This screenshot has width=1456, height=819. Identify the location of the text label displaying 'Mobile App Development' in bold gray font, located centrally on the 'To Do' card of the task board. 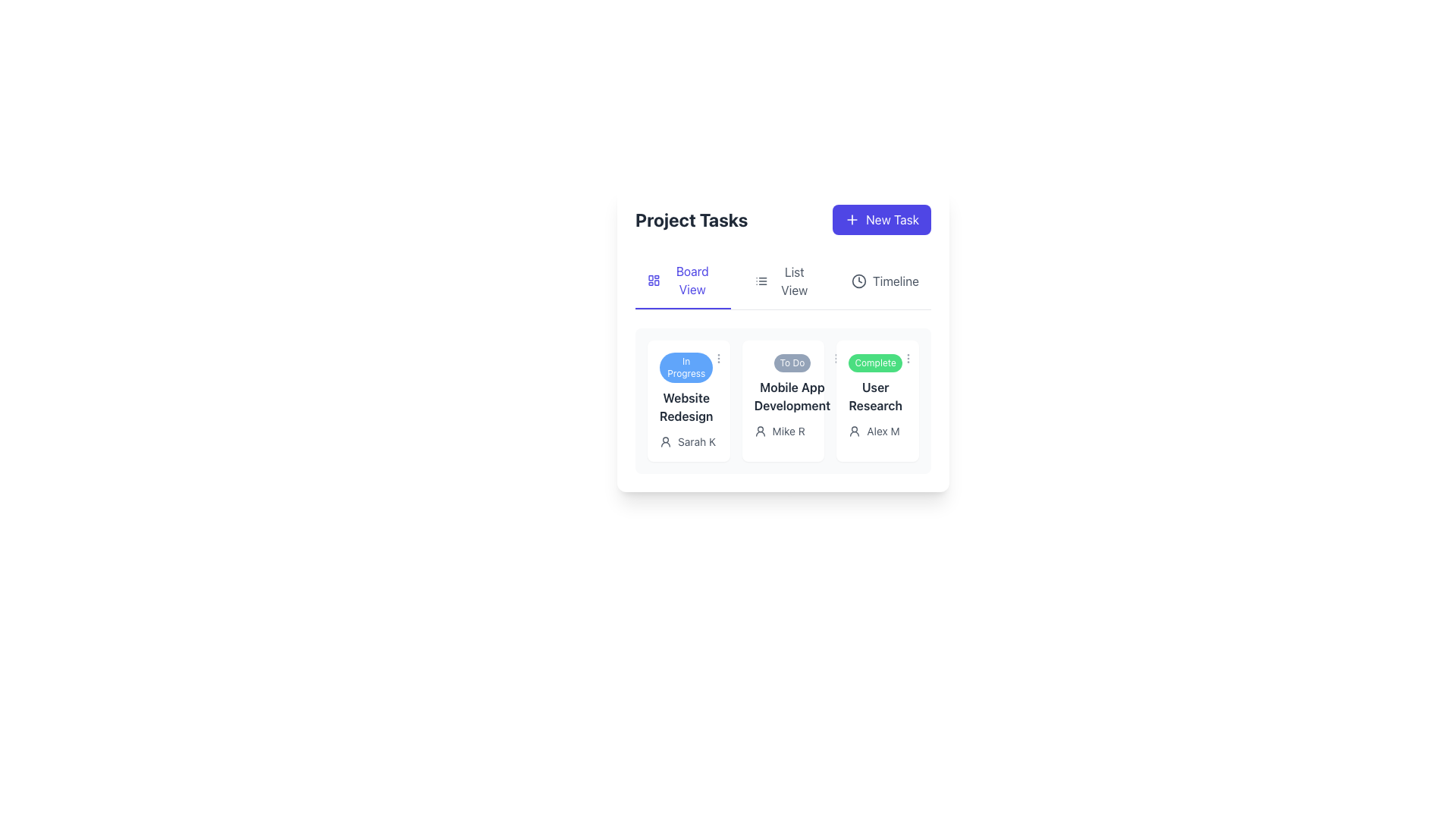
(791, 396).